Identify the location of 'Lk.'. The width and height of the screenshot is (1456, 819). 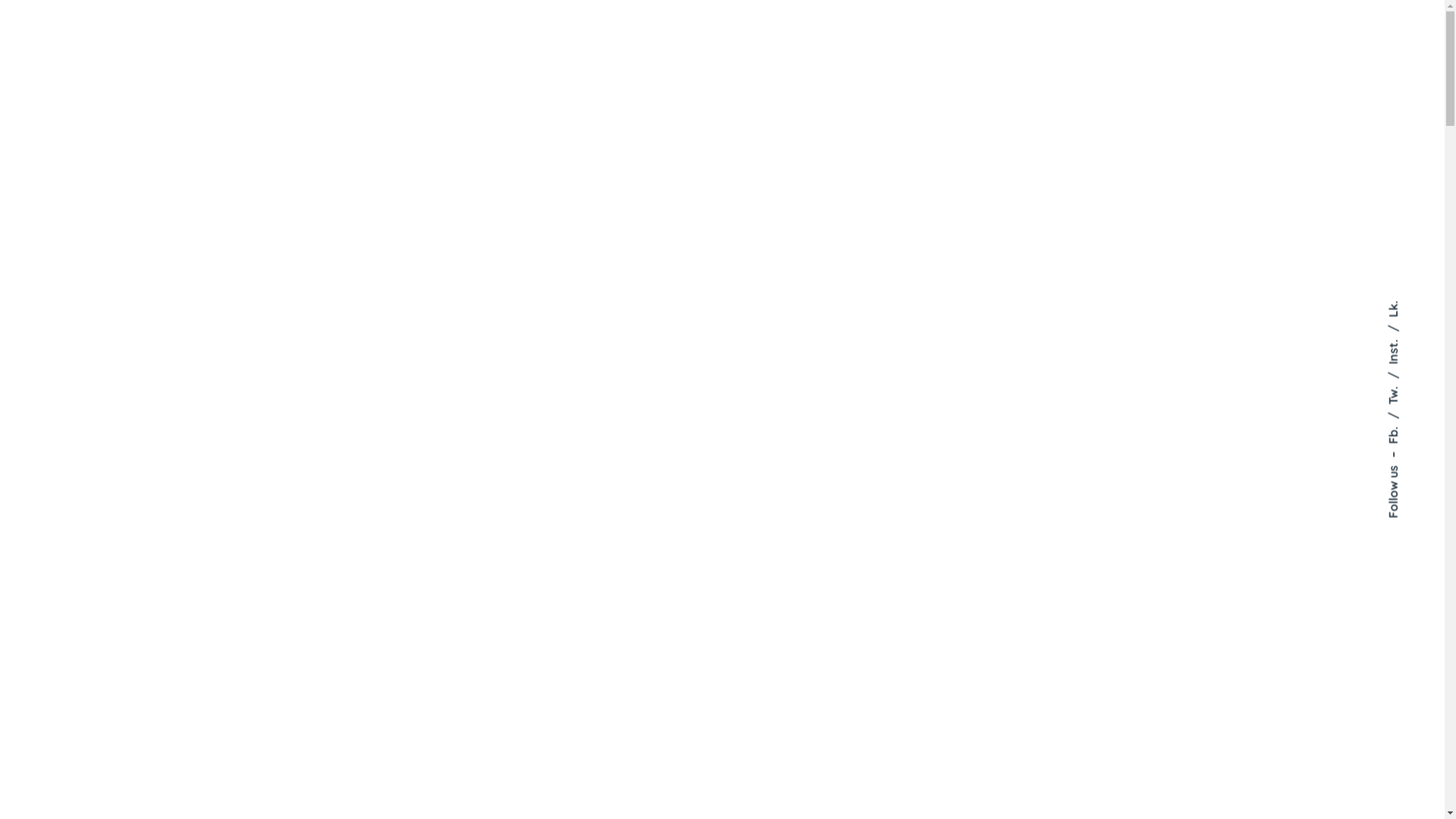
(1385, 307).